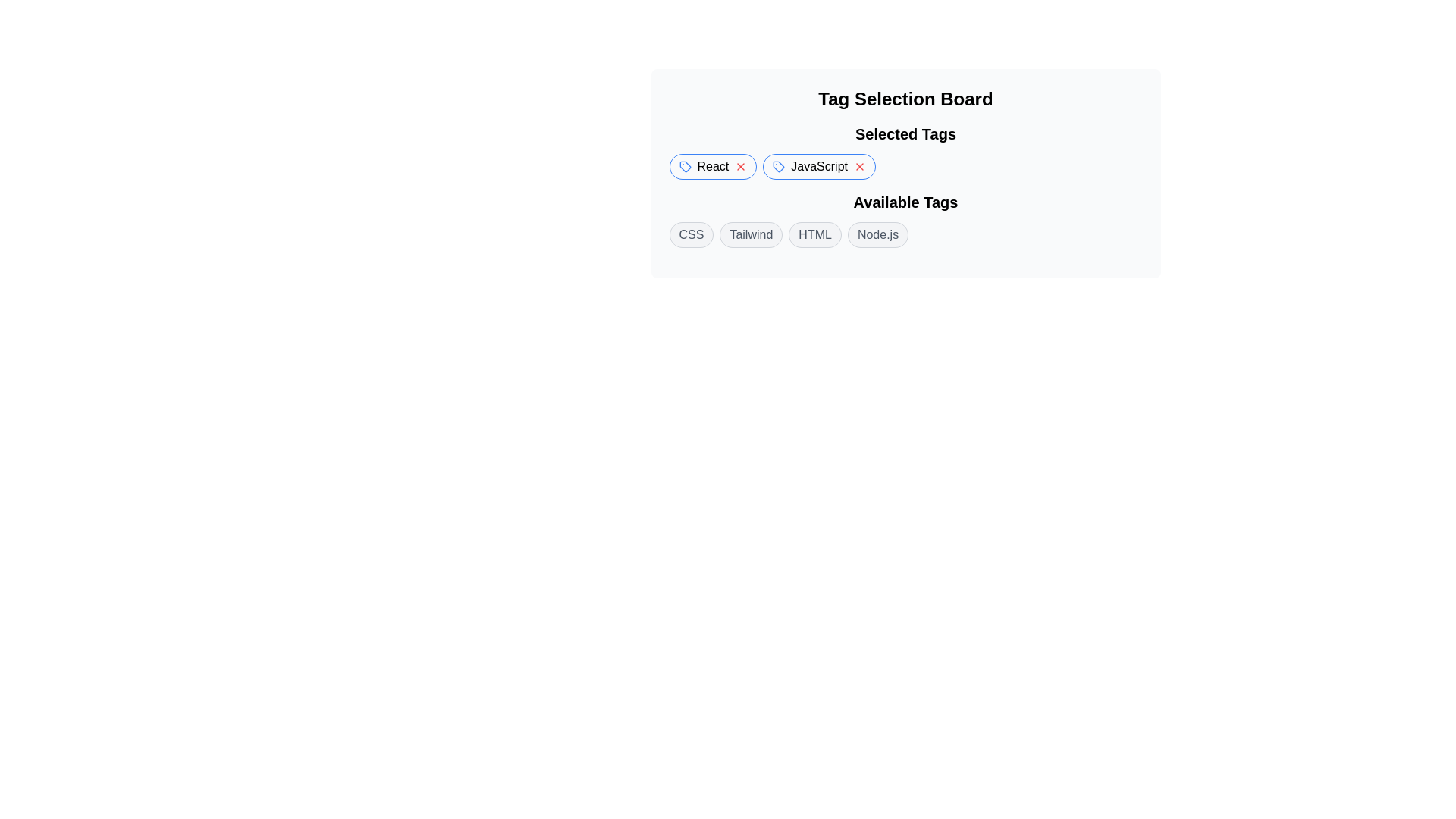  Describe the element at coordinates (741, 166) in the screenshot. I see `the 'remove' button located to the right of the 'React' tag in the 'Selected Tags' section to deselect or delete this tag` at that location.